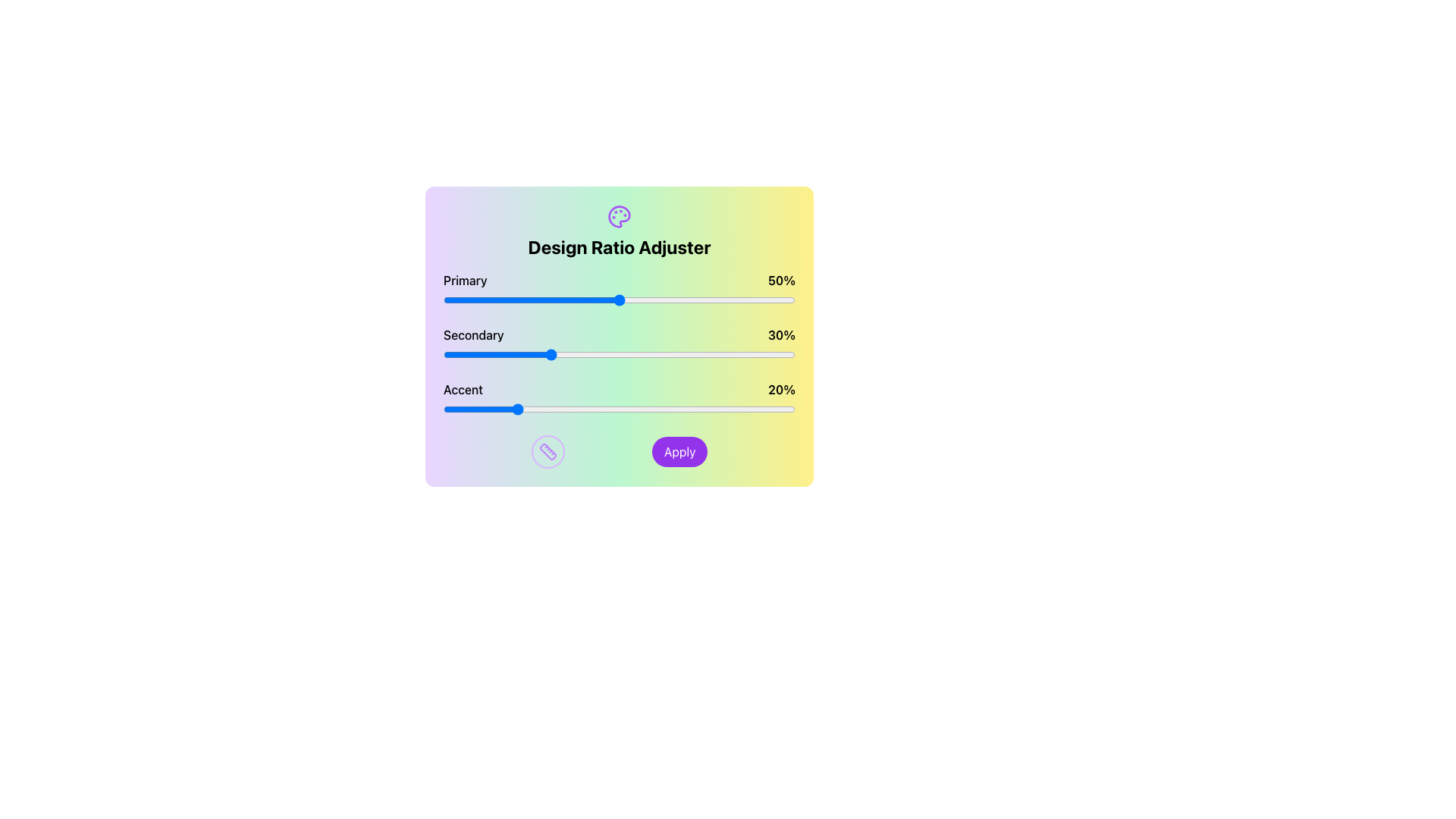 The image size is (1456, 819). What do you see at coordinates (478, 354) in the screenshot?
I see `the slider` at bounding box center [478, 354].